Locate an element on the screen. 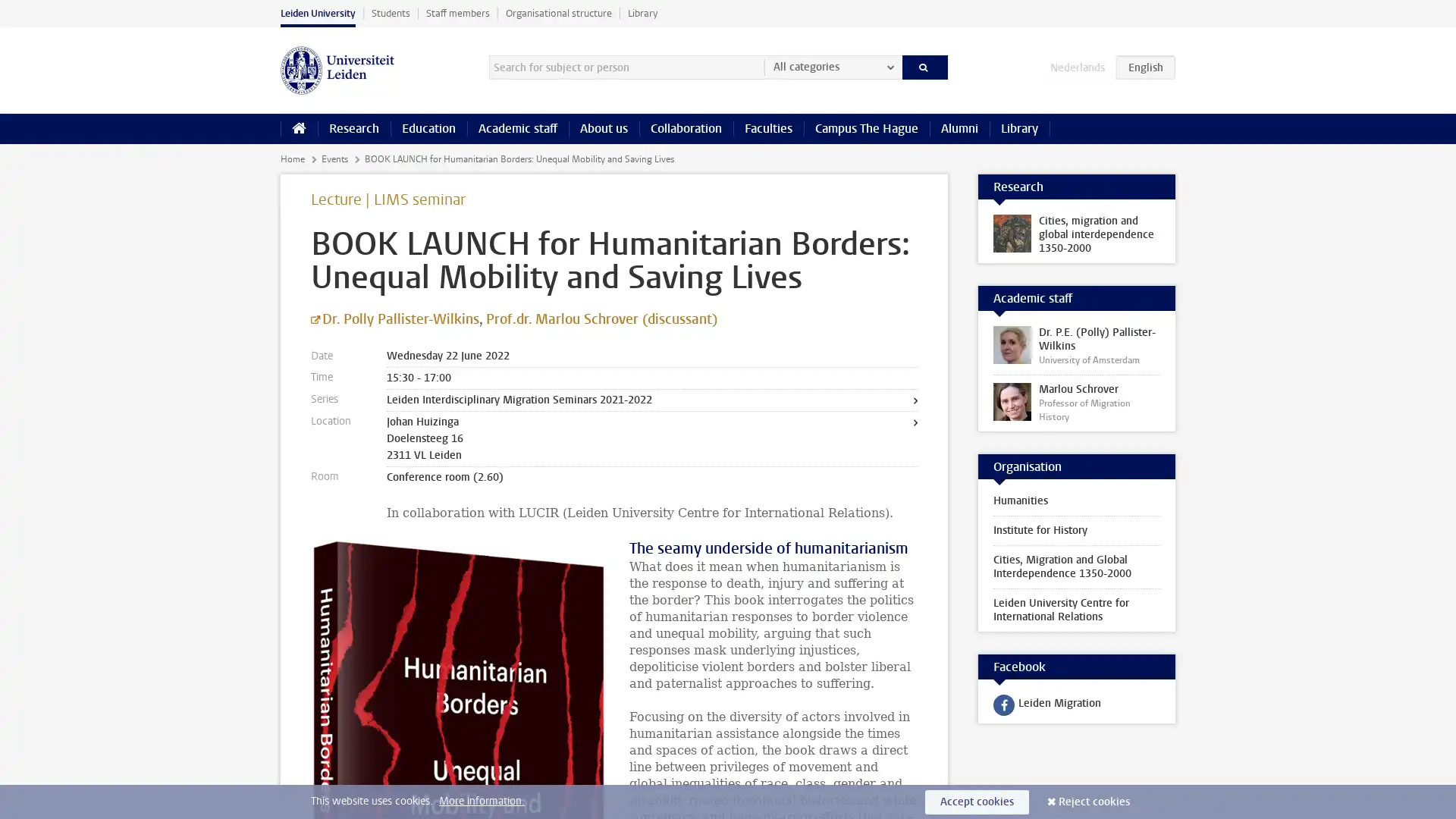 The height and width of the screenshot is (819, 1456). Accept cookies is located at coordinates (977, 801).